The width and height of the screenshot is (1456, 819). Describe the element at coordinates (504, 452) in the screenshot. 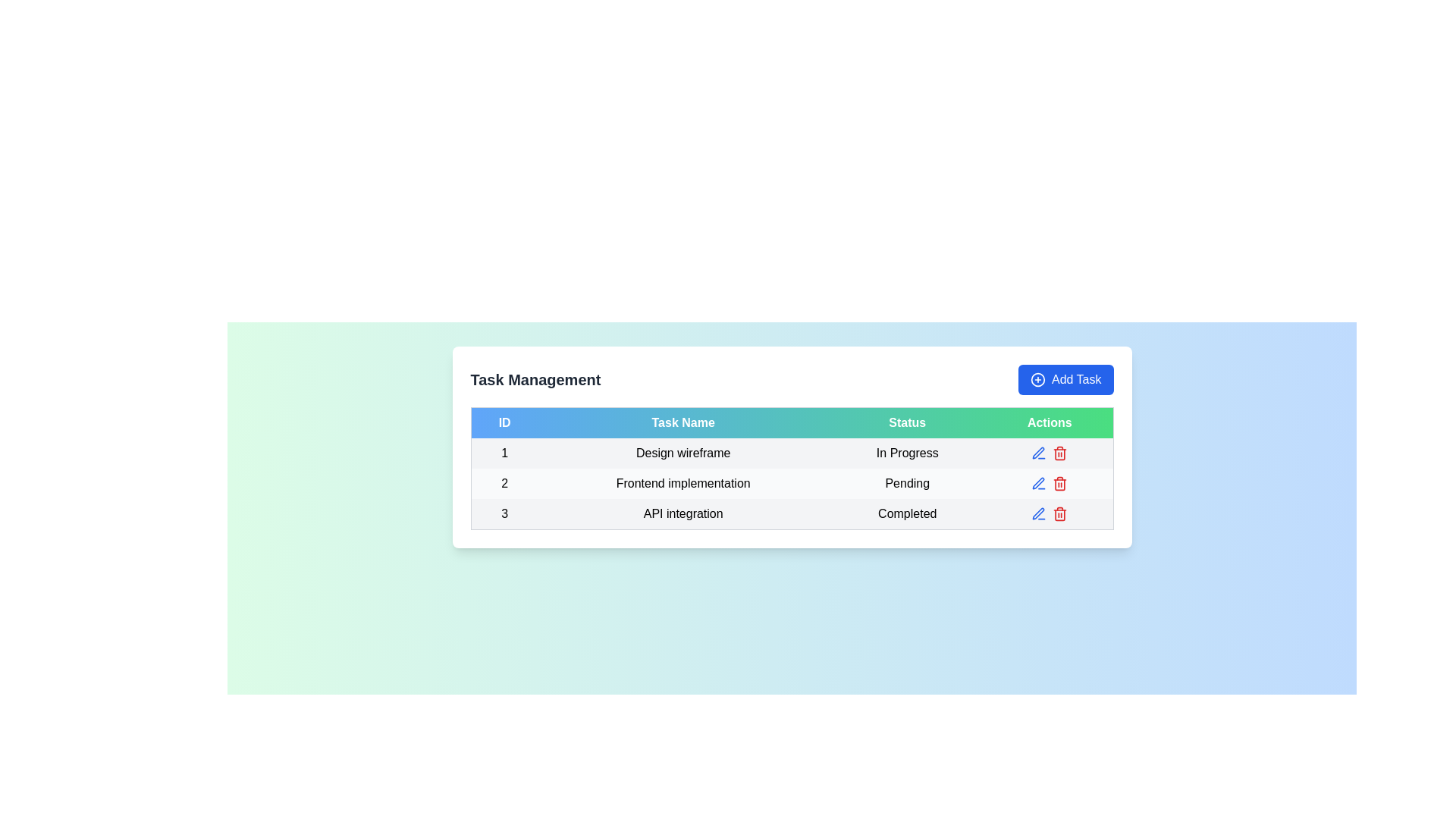

I see `the Static Text element that displays the unique identifier for the first task in the table, located in the 'ID' column at the top left corner of the table` at that location.